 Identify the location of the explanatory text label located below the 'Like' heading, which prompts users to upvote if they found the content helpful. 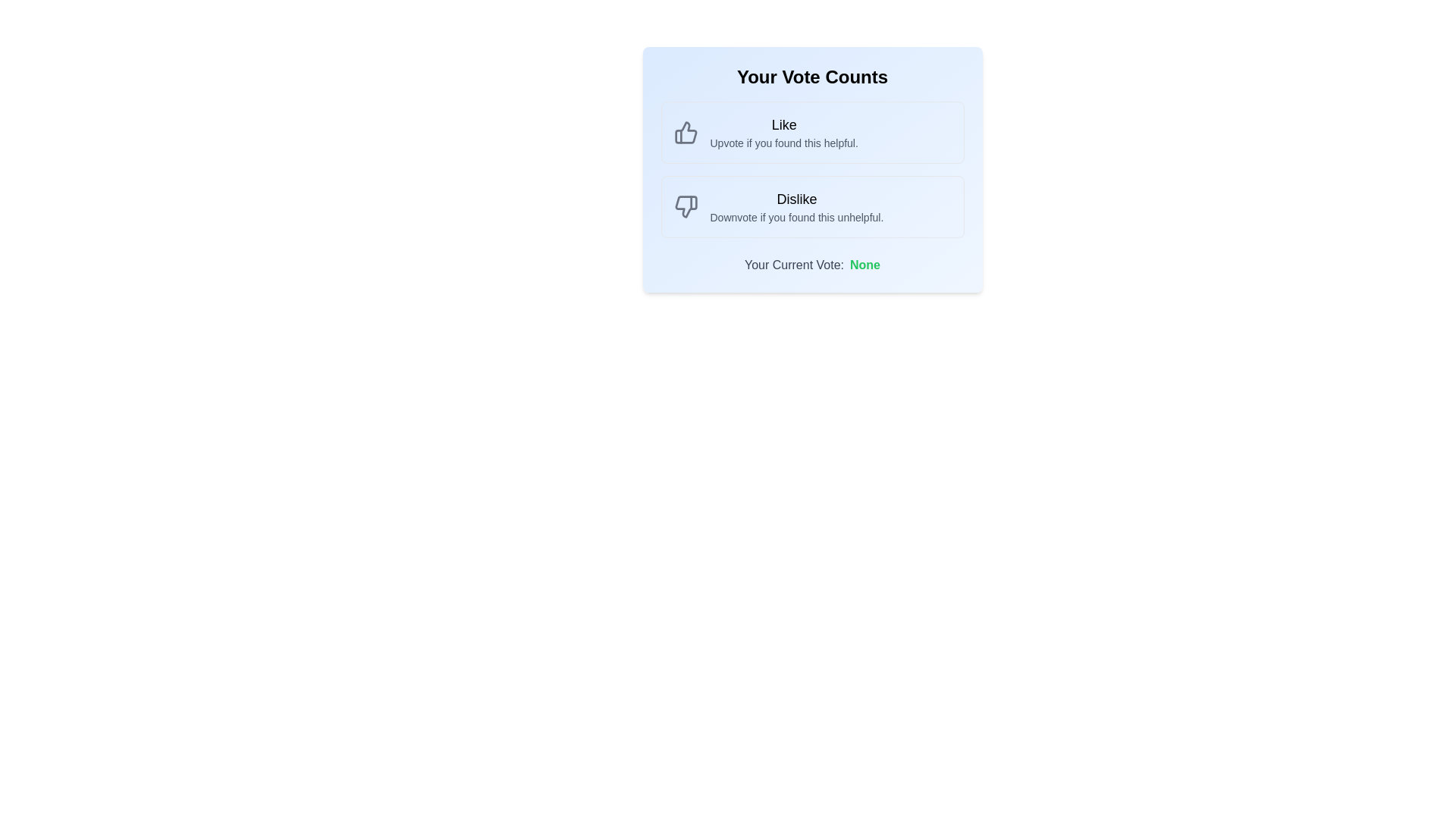
(784, 143).